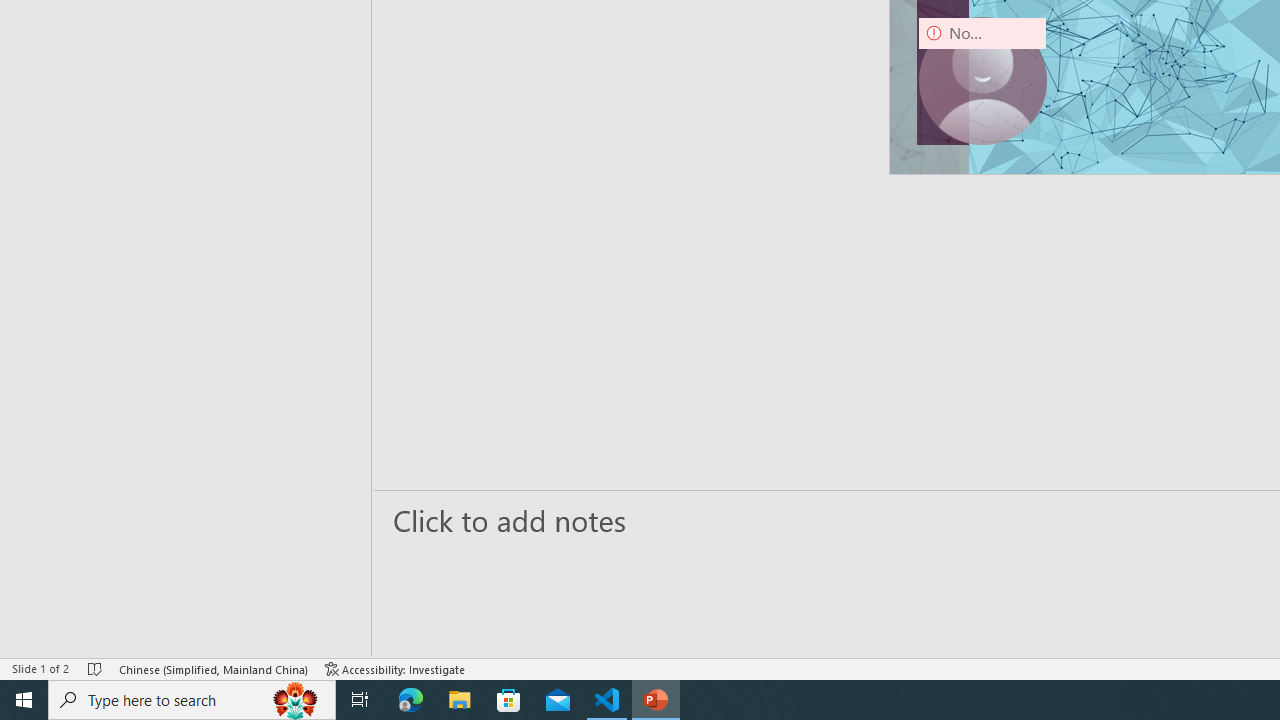  Describe the element at coordinates (982, 80) in the screenshot. I see `'Camera 9, No camera detected.'` at that location.